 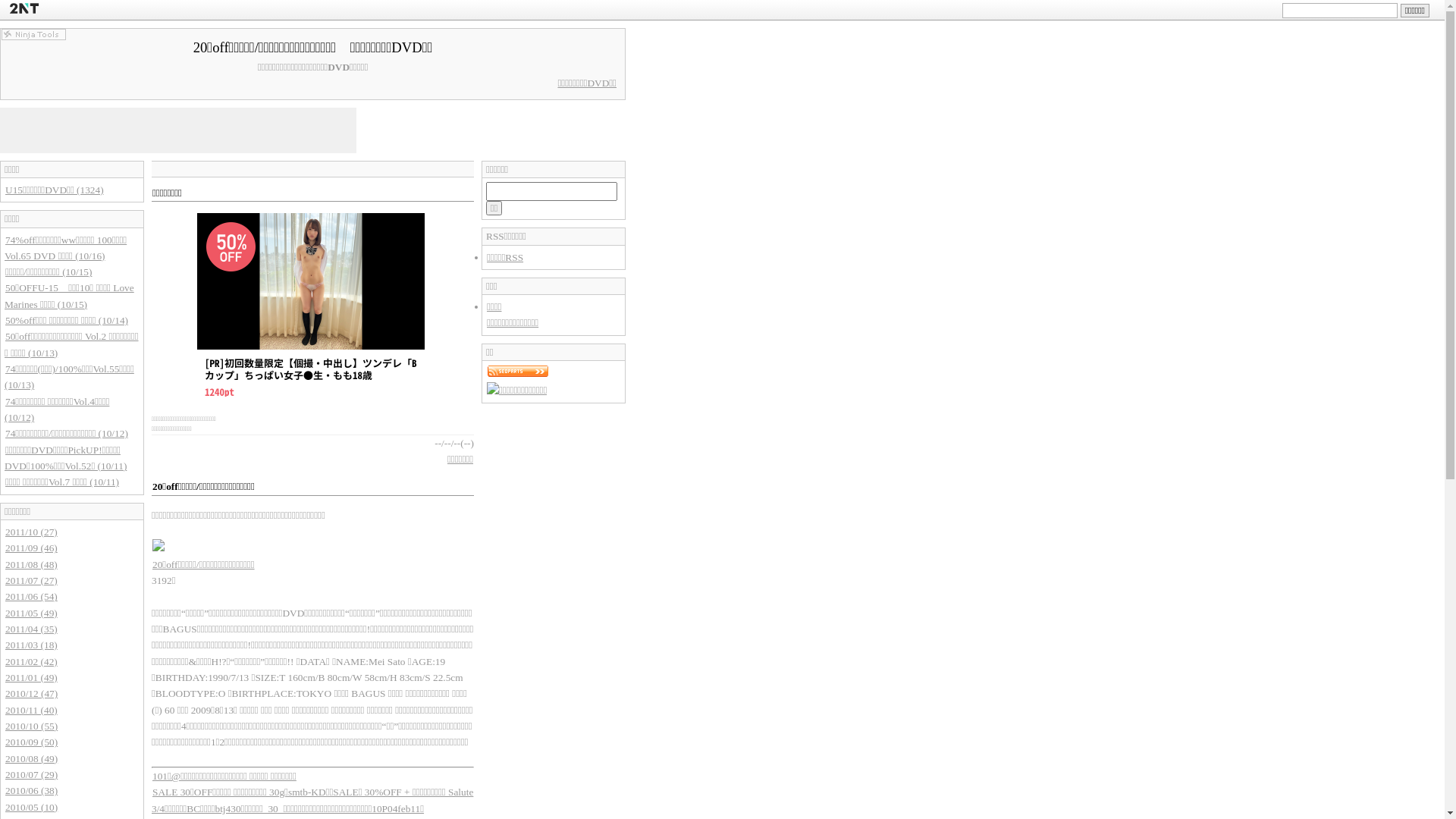 I want to click on '2011/08 (48)', so click(x=31, y=564).